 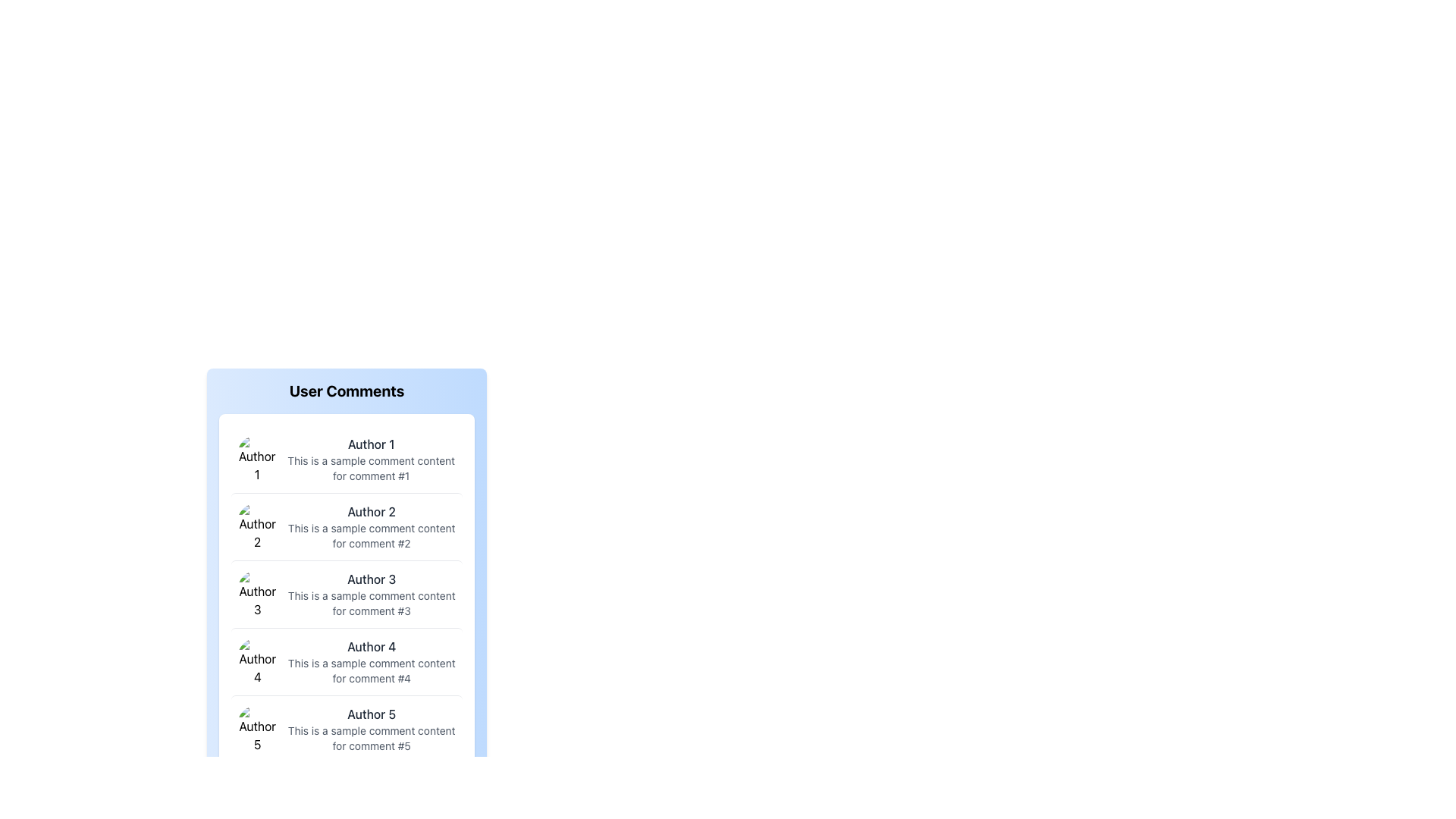 I want to click on the Text Label that identifies the author of the third comment in the user comments section, so click(x=372, y=579).